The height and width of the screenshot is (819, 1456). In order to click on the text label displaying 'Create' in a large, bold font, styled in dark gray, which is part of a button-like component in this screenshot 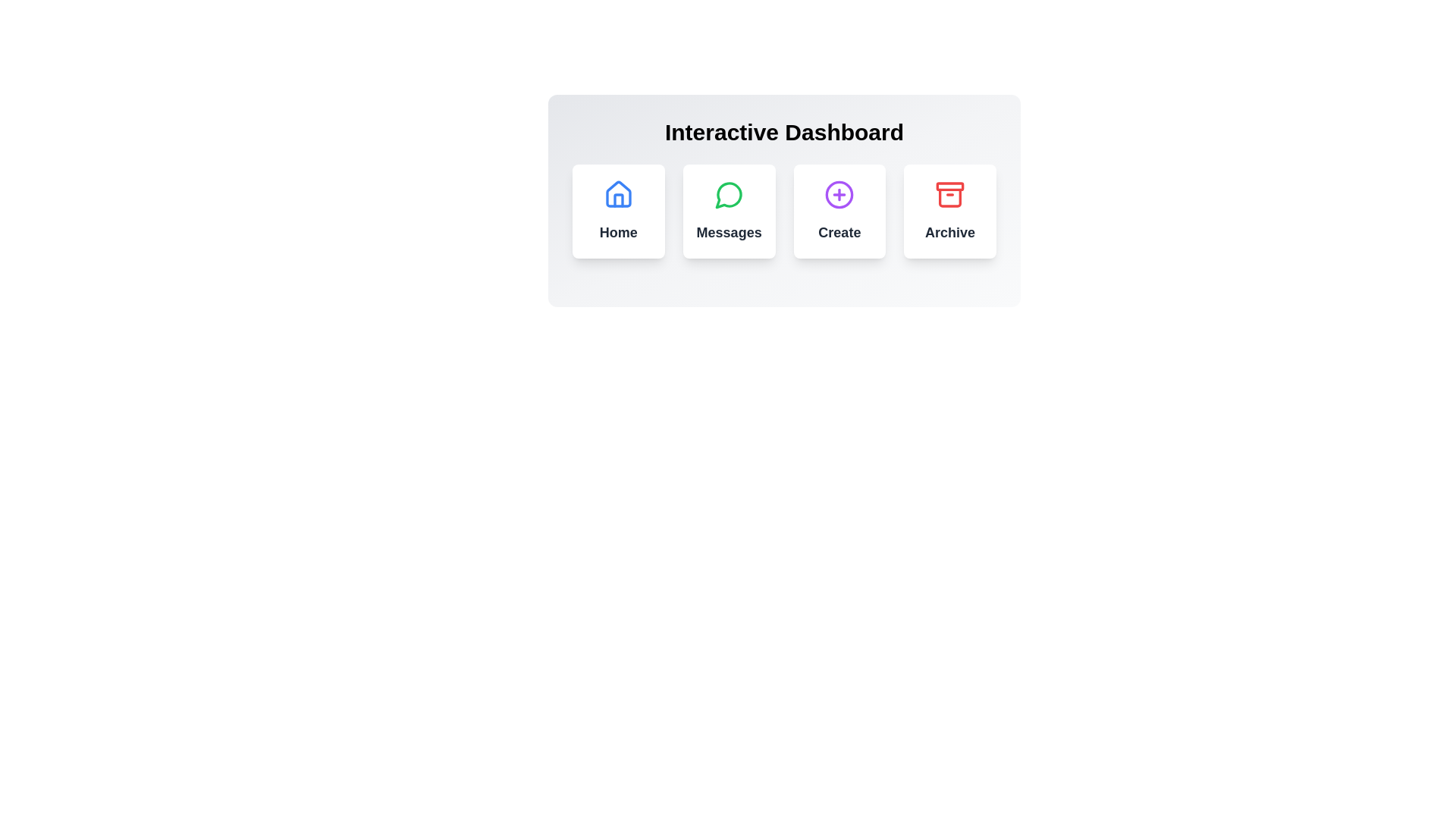, I will do `click(839, 233)`.